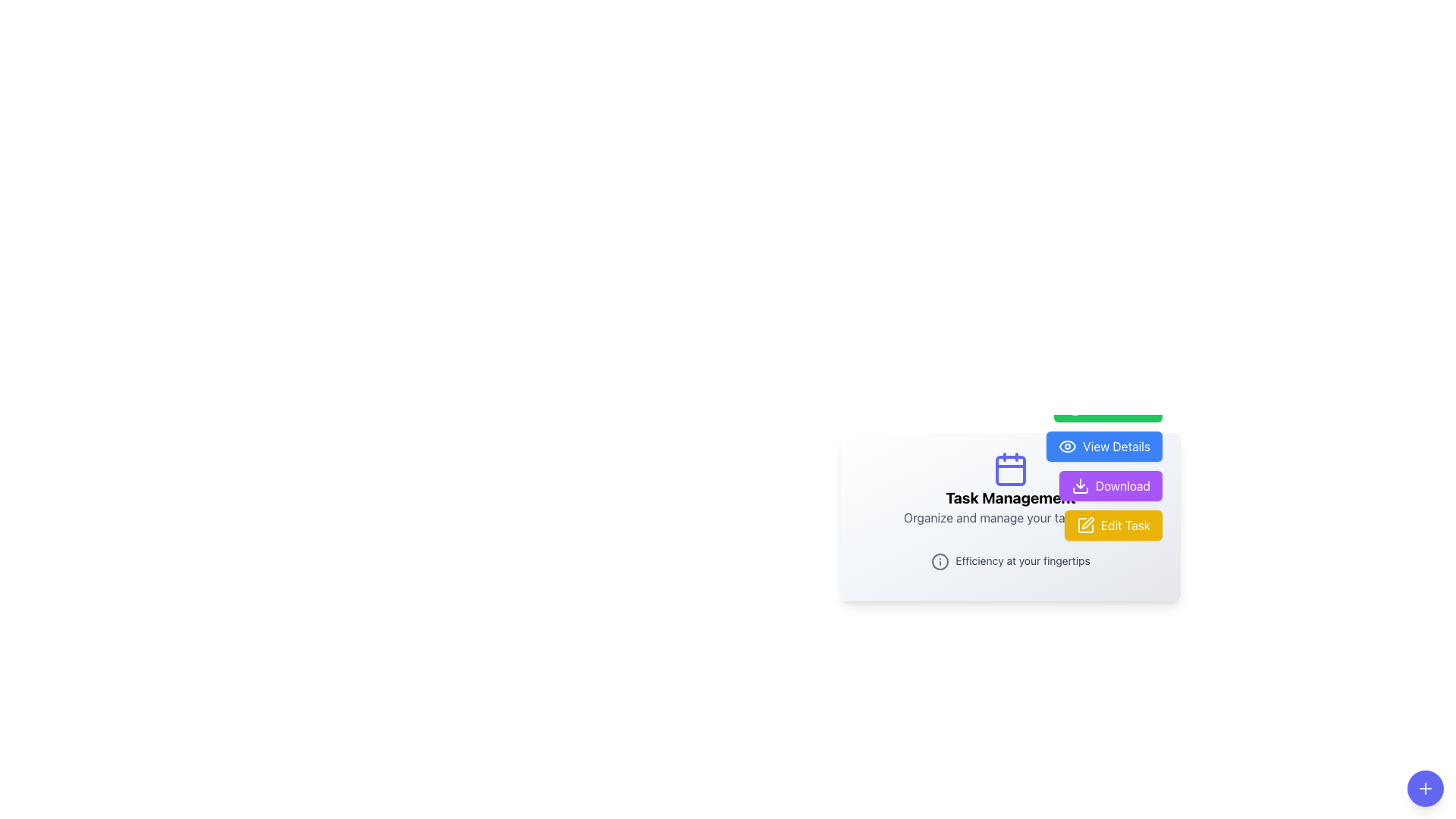 The height and width of the screenshot is (819, 1456). Describe the element at coordinates (940, 561) in the screenshot. I see `the circular informational icon with a gray color scheme located next to the text 'Efficiency at your fingertips.'` at that location.